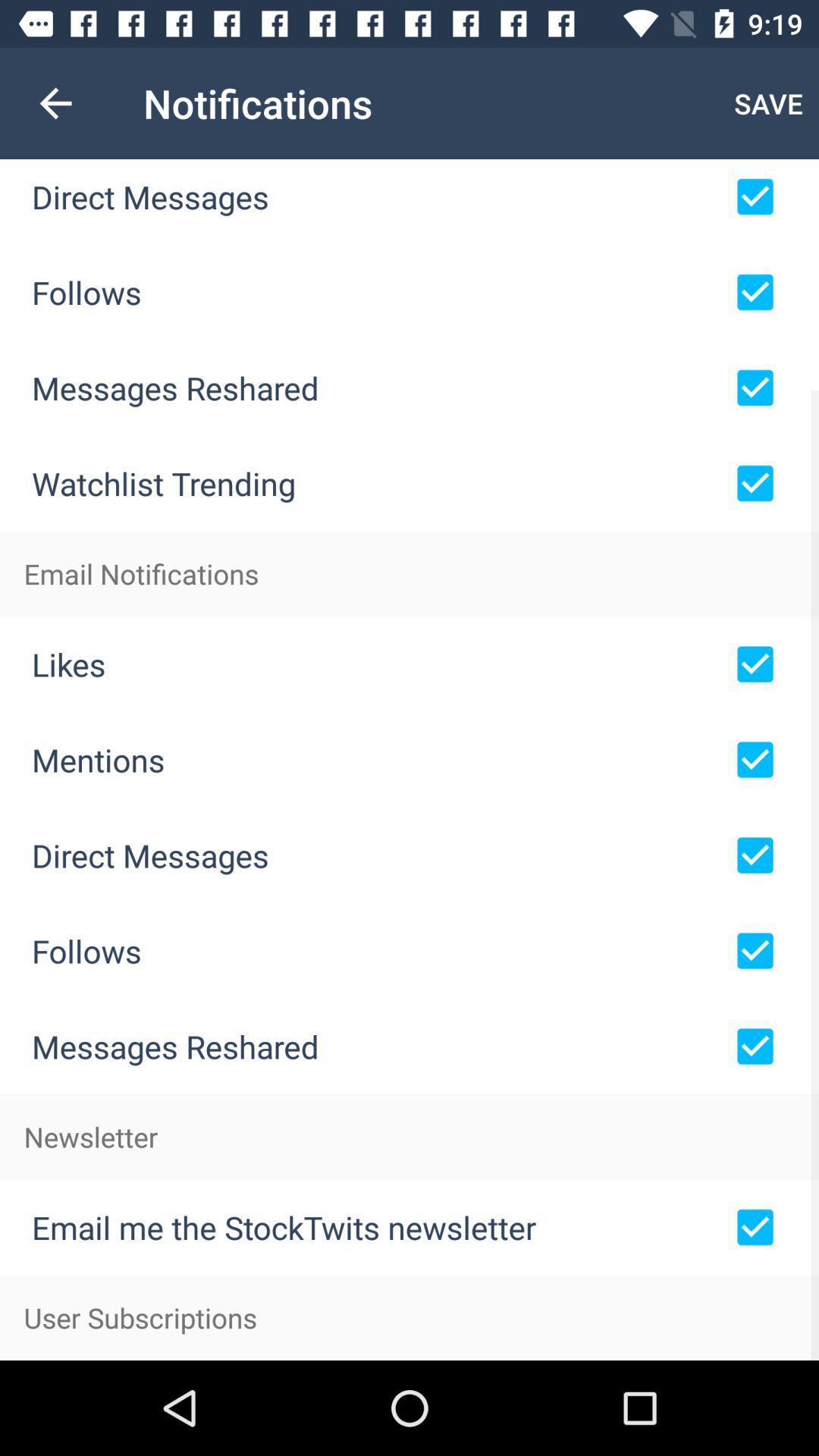  What do you see at coordinates (55, 102) in the screenshot?
I see `icon to the left of notifications icon` at bounding box center [55, 102].